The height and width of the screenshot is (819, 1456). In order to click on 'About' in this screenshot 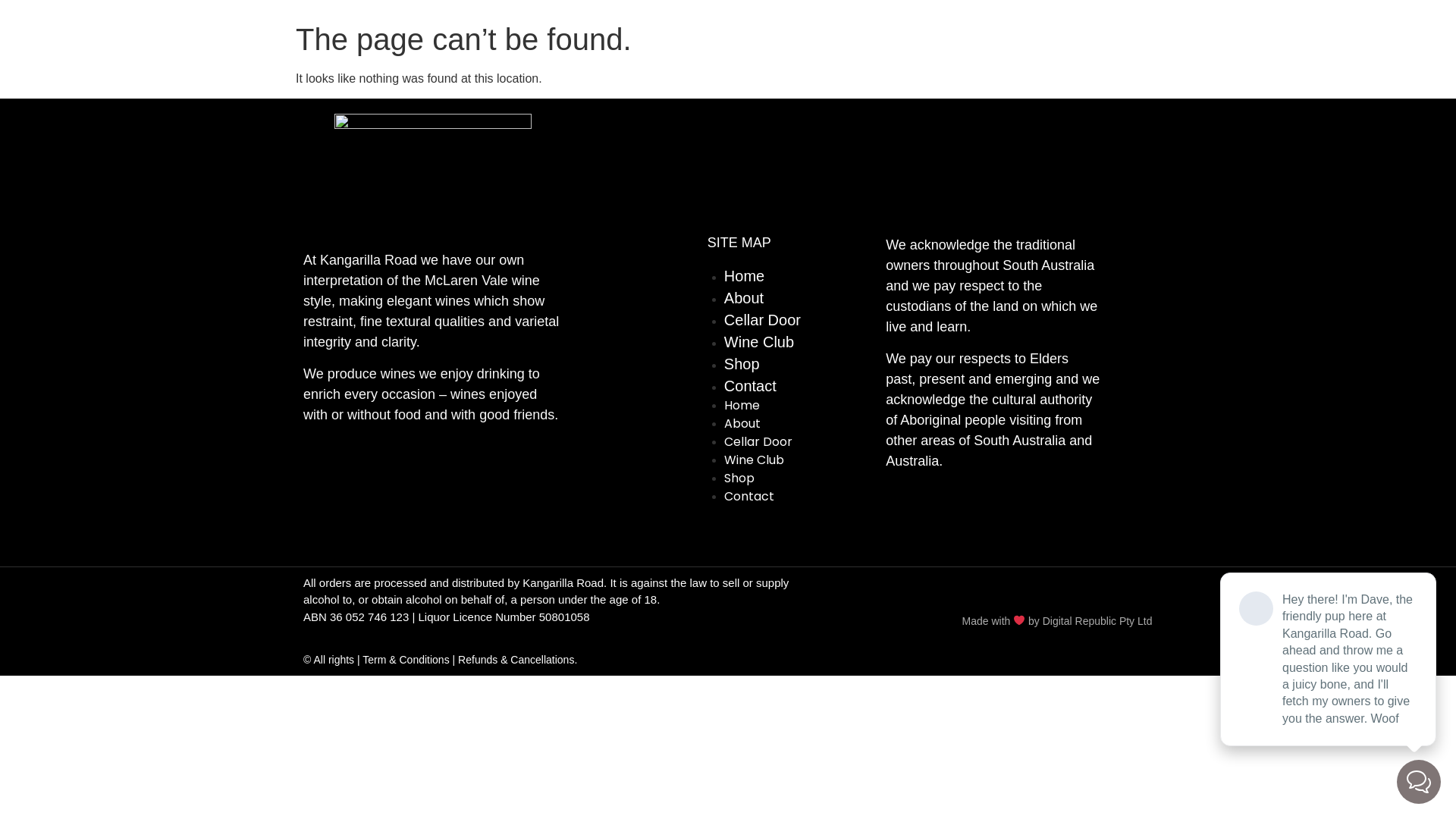, I will do `click(742, 423)`.